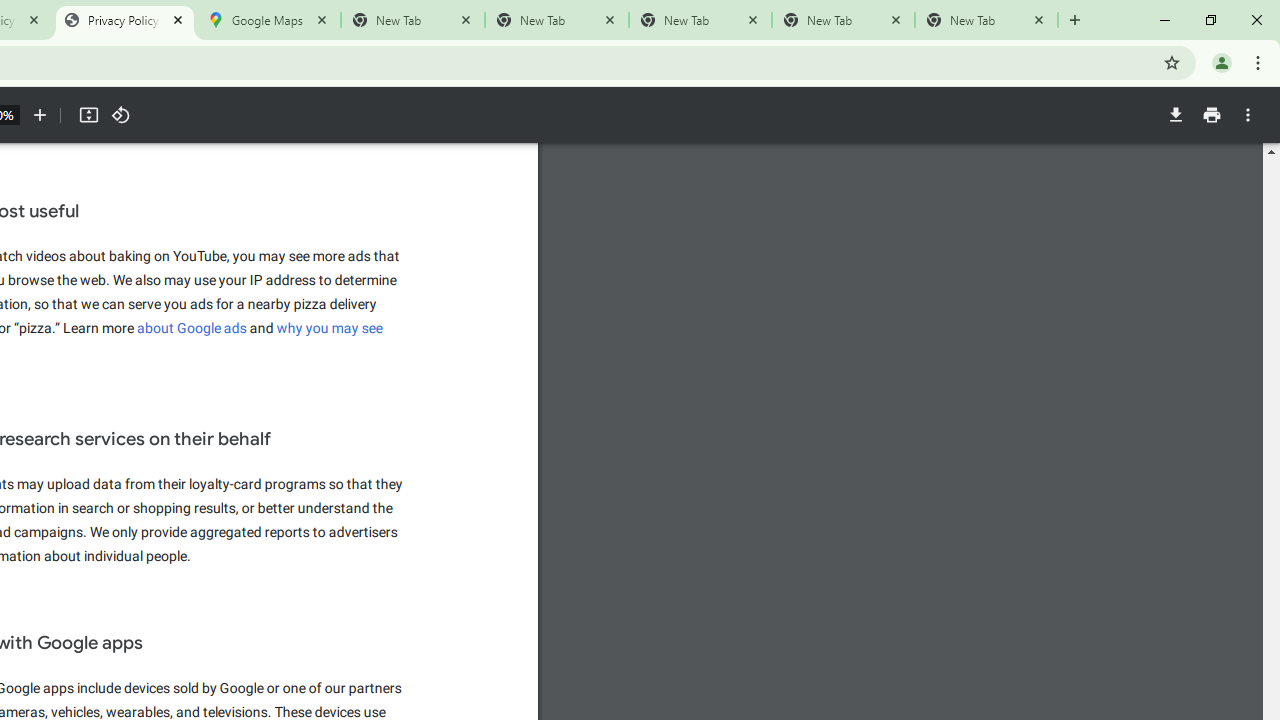  Describe the element at coordinates (267, 20) in the screenshot. I see `'Google Maps'` at that location.